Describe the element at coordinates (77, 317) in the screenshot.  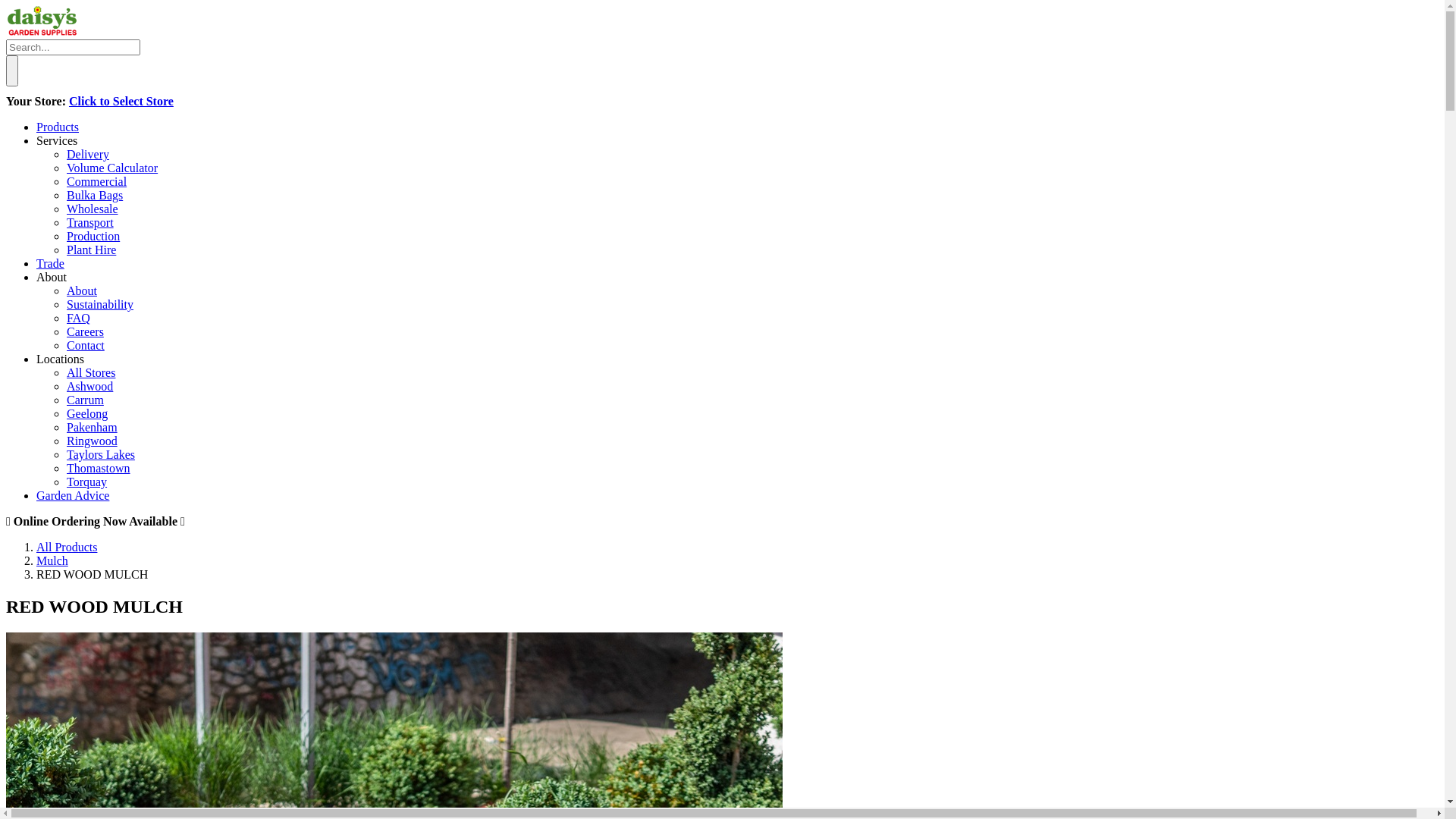
I see `'FAQ'` at that location.